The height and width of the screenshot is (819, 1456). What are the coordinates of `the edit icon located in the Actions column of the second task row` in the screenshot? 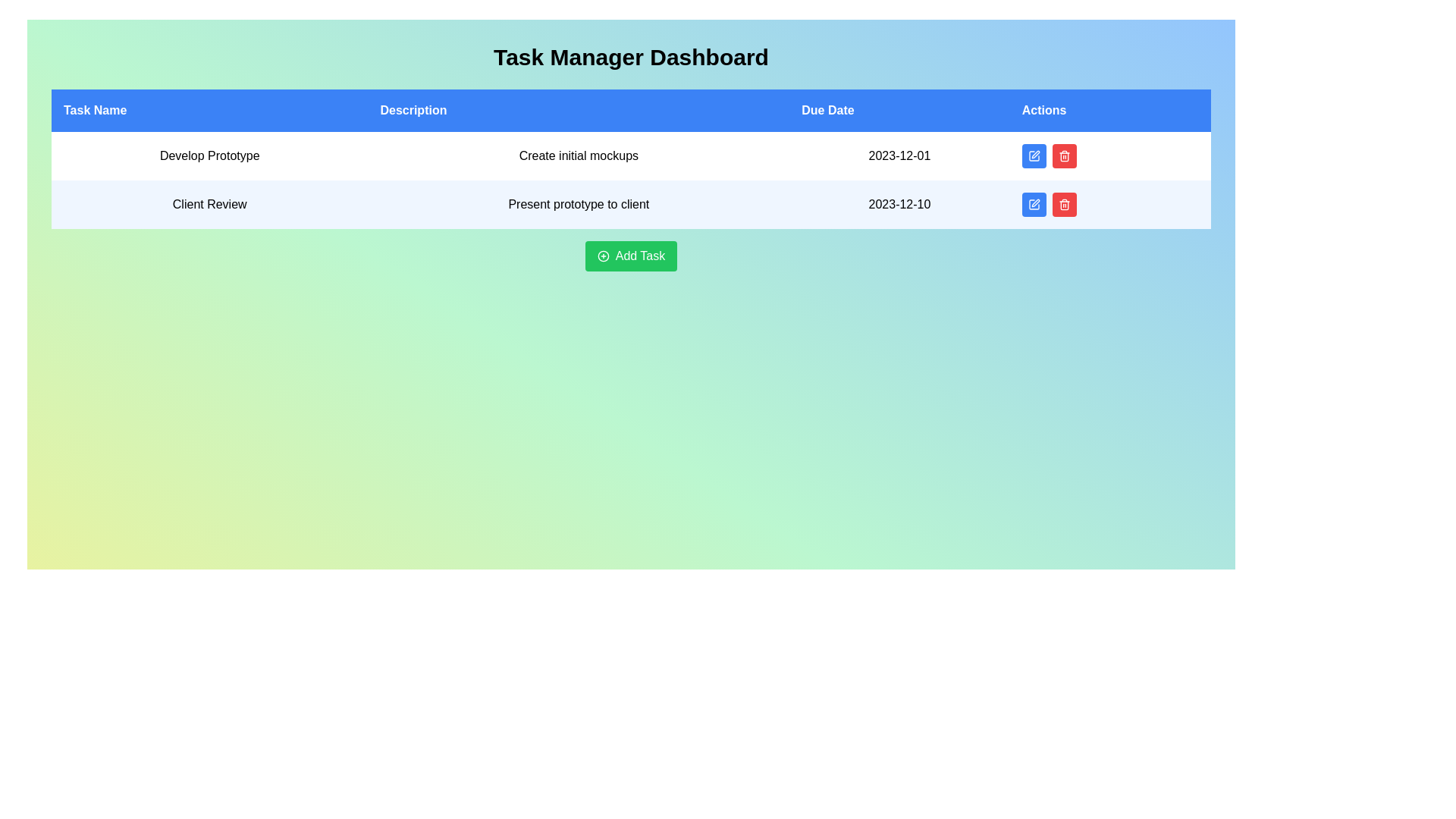 It's located at (1033, 205).